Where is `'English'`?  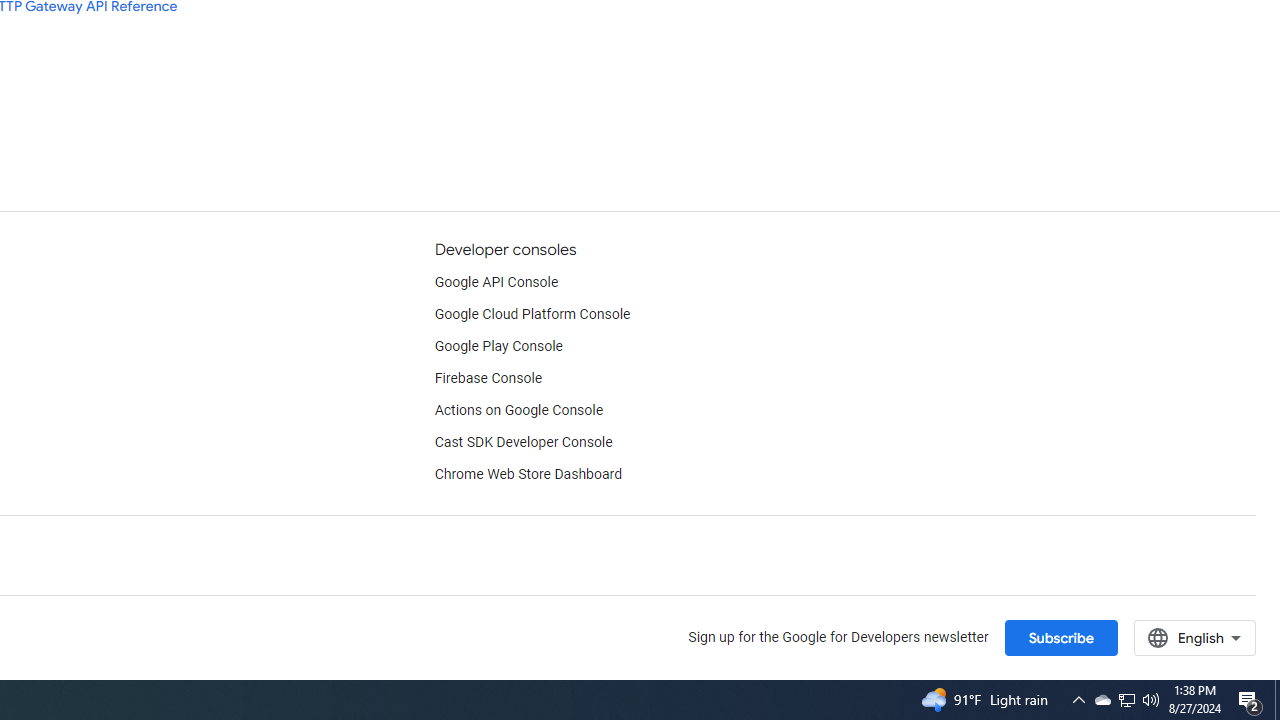
'English' is located at coordinates (1194, 637).